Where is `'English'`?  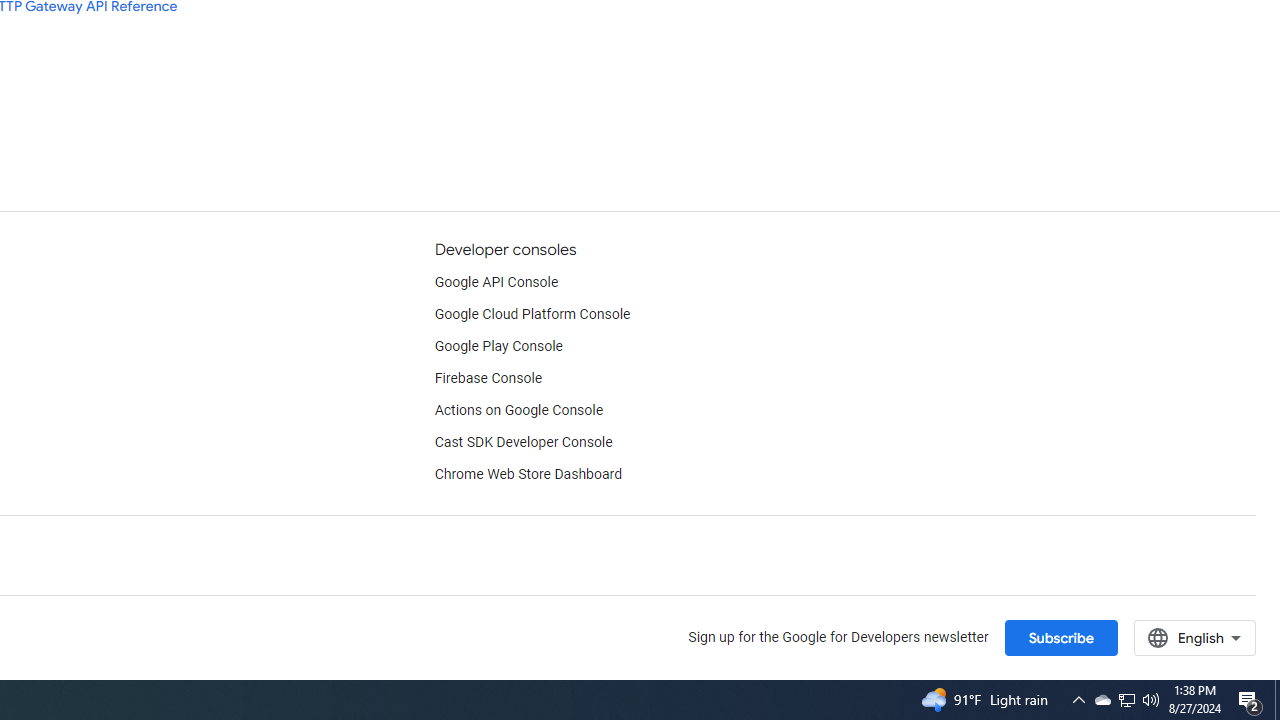
'English' is located at coordinates (1194, 637).